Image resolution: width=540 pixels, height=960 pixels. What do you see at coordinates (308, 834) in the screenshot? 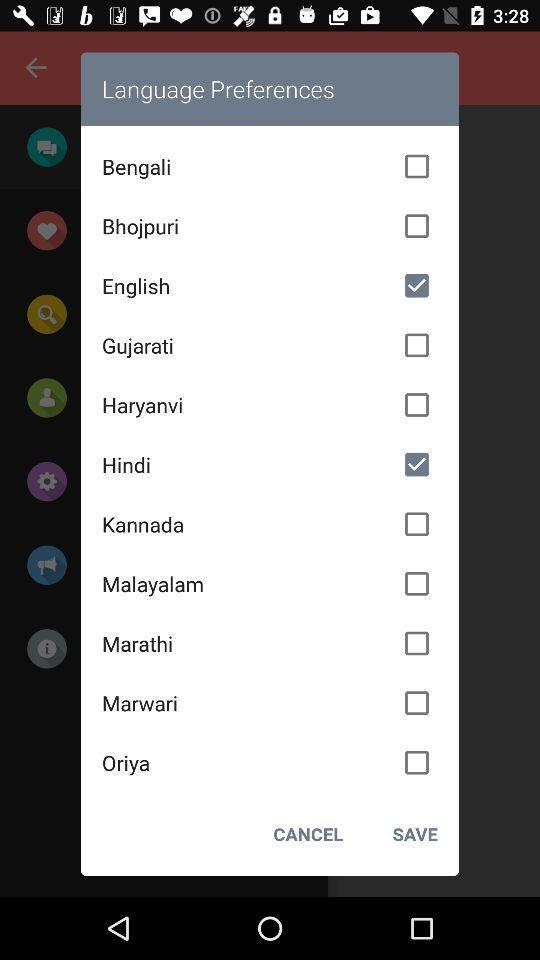
I see `cancel item` at bounding box center [308, 834].